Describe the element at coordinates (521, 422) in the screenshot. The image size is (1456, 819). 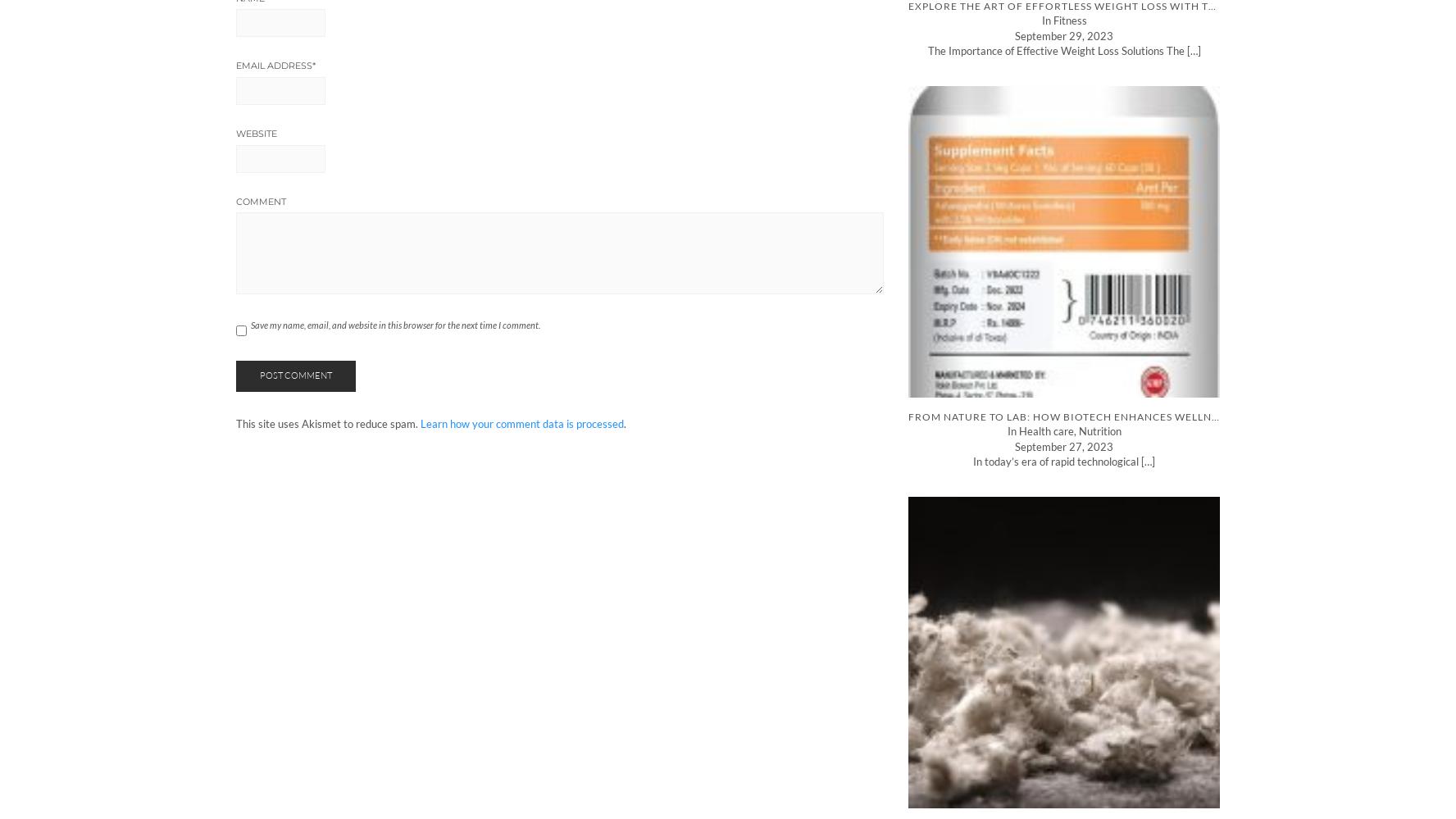
I see `'Learn how your comment data is processed'` at that location.